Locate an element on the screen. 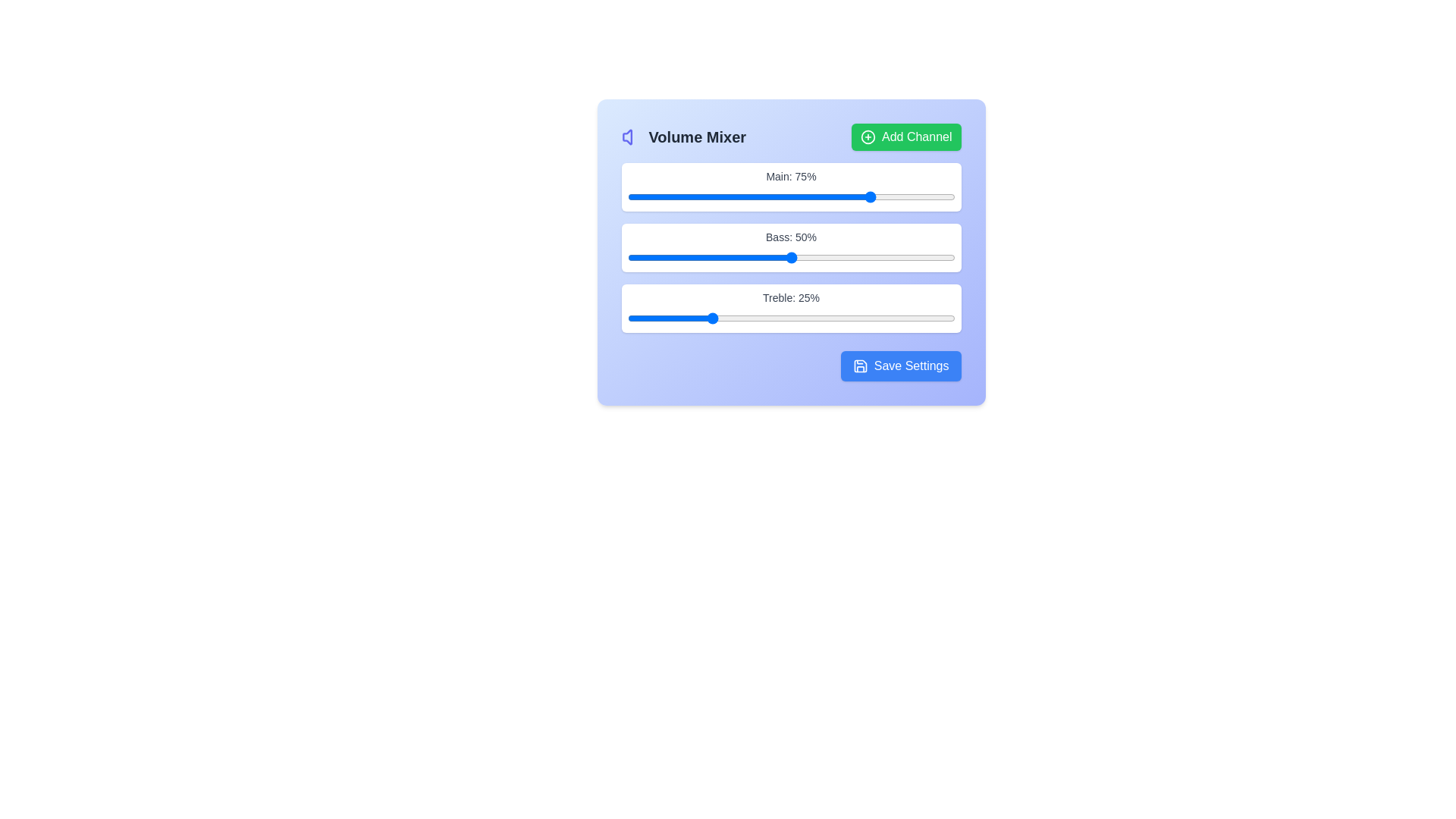 The width and height of the screenshot is (1456, 819). the treble level is located at coordinates (698, 318).